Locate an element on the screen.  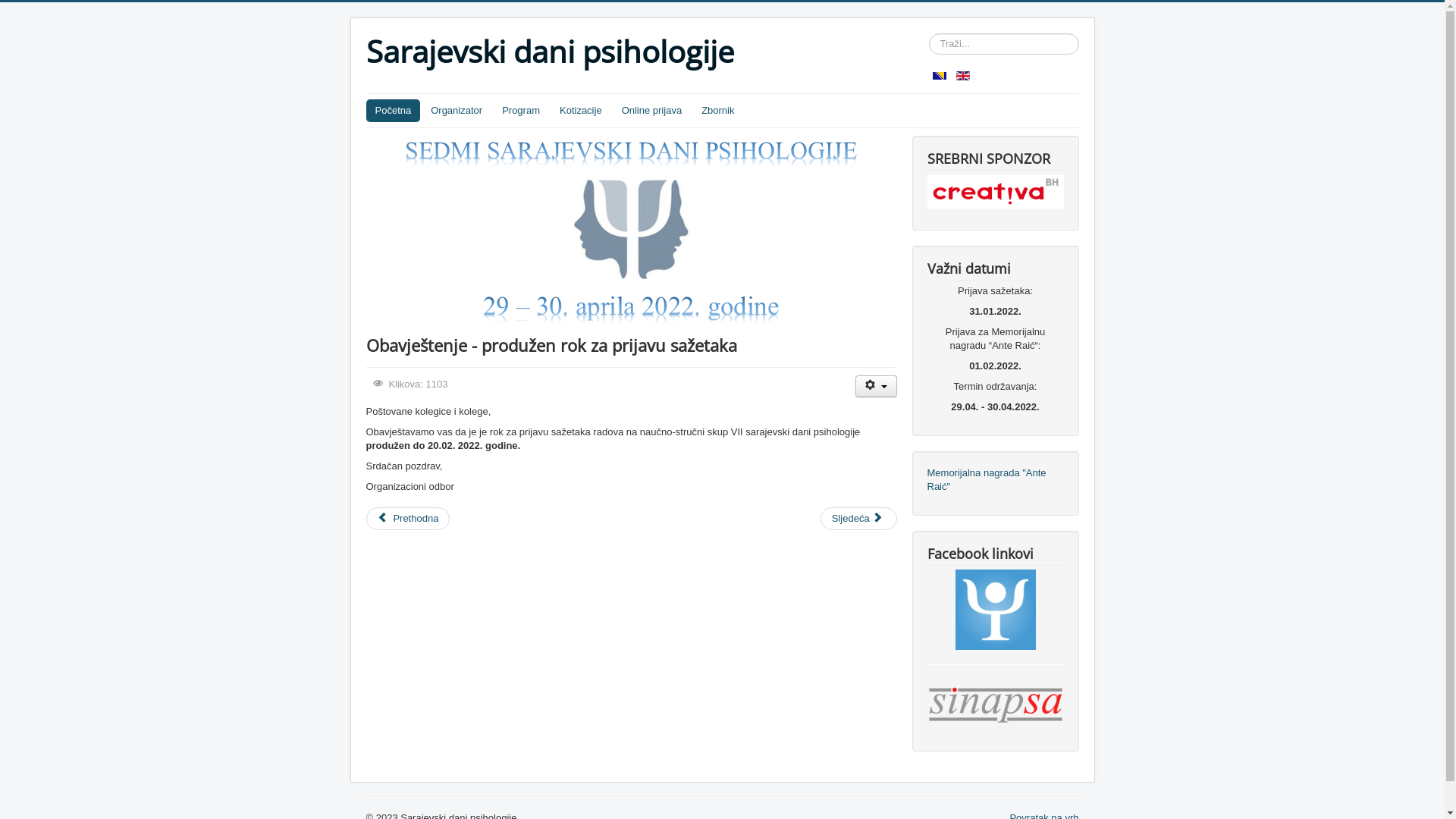
'English (United Kingdom)' is located at coordinates (962, 76).